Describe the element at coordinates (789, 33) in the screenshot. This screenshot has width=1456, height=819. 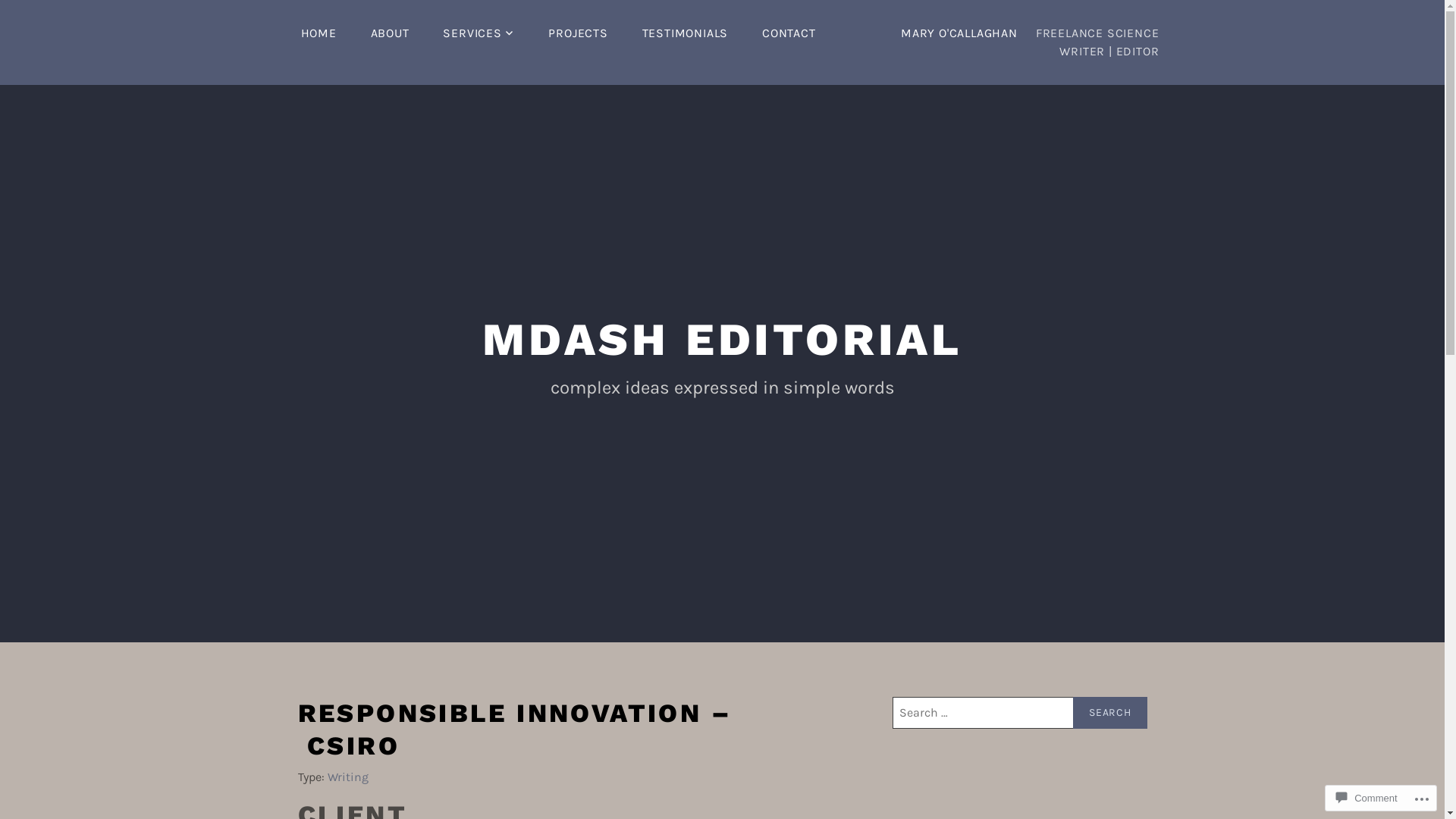
I see `'CONTACT'` at that location.